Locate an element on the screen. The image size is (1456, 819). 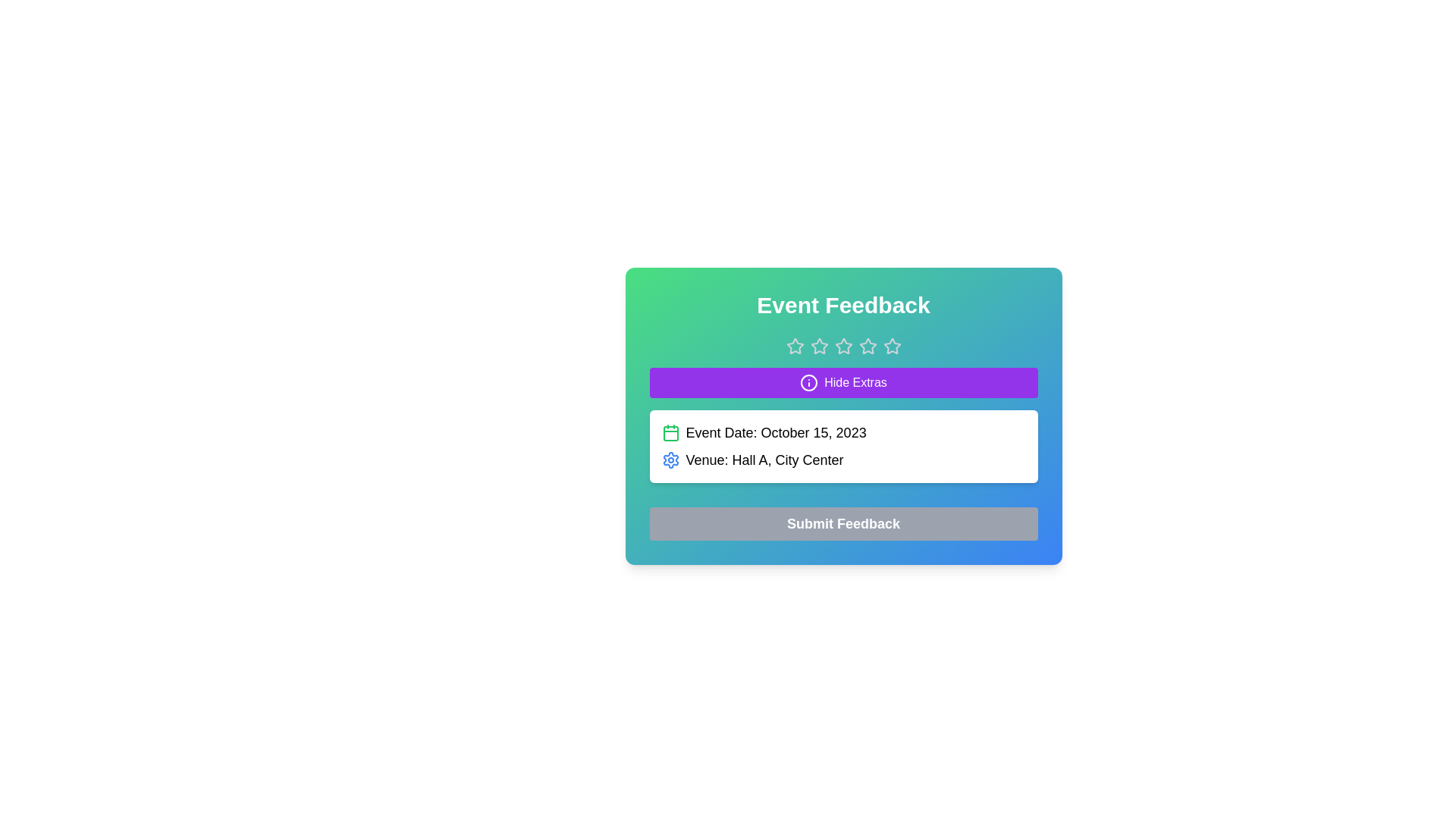
the star corresponding to the desired rating 5 is located at coordinates (892, 346).